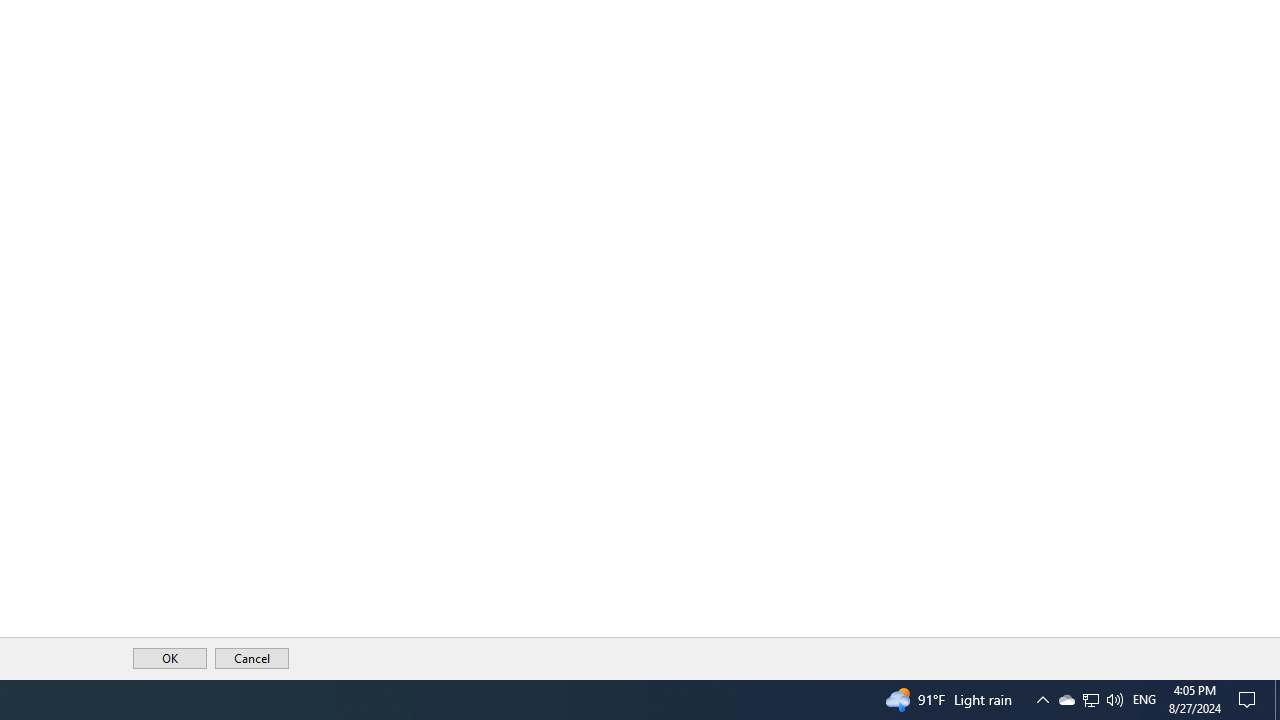 This screenshot has height=720, width=1280. Describe the element at coordinates (1144, 698) in the screenshot. I see `'Tray Input Indicator - English (United States)'` at that location.